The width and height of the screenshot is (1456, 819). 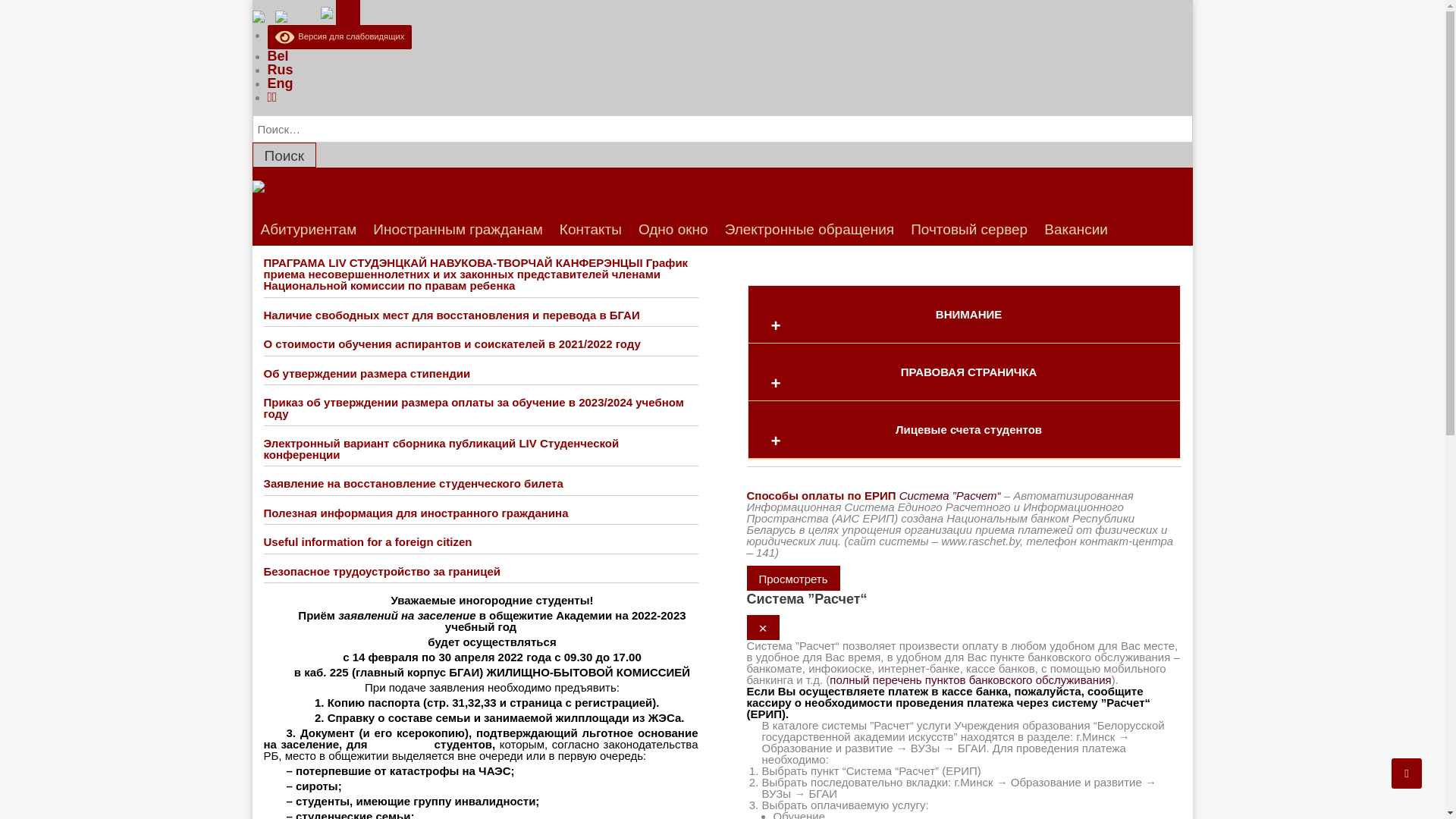 What do you see at coordinates (280, 70) in the screenshot?
I see `'Rus` at bounding box center [280, 70].